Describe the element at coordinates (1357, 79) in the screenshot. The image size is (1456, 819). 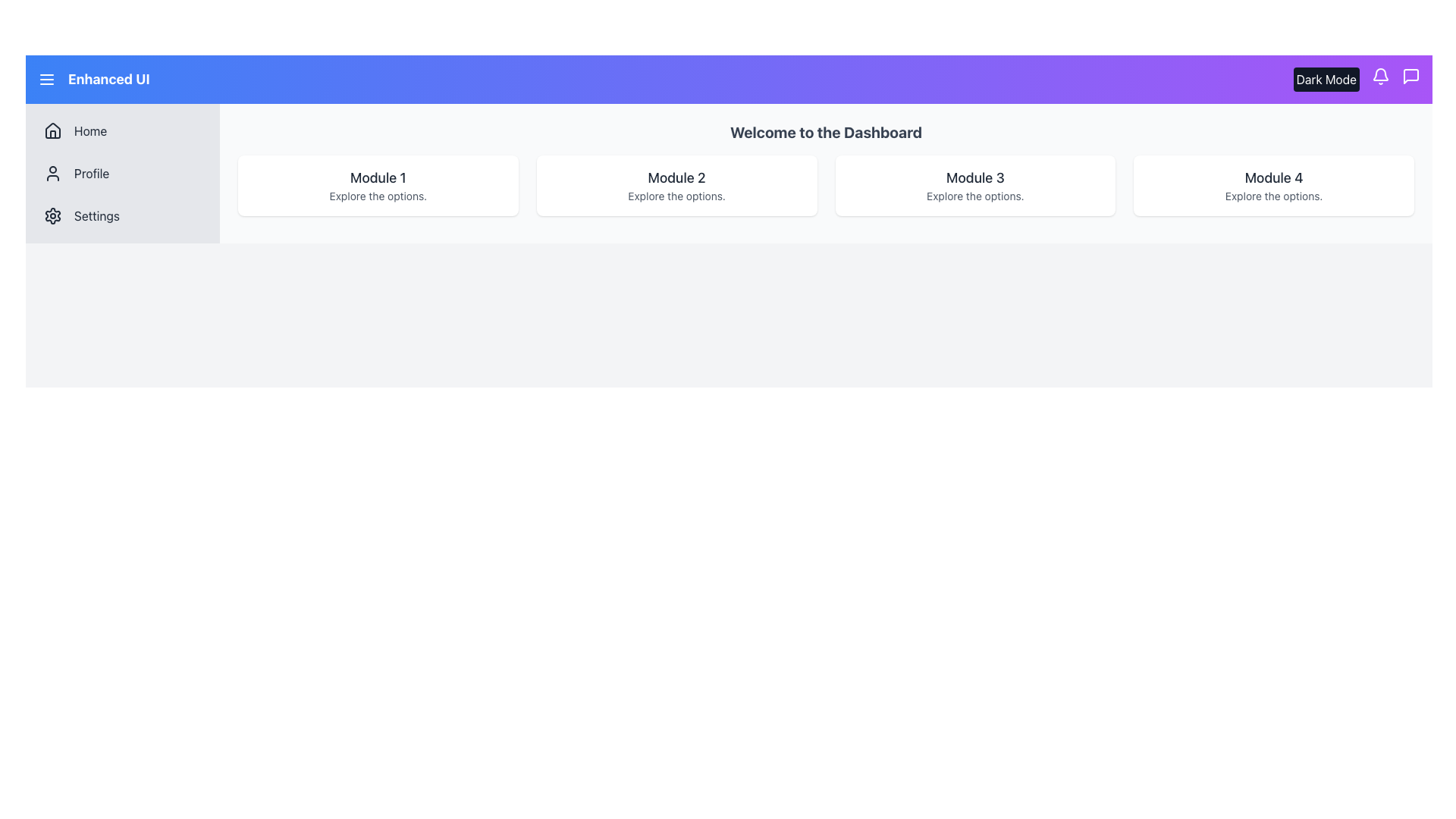
I see `the dark mode toggle button located at the top-right corner of the interface, adjacent to the notification and message icons` at that location.